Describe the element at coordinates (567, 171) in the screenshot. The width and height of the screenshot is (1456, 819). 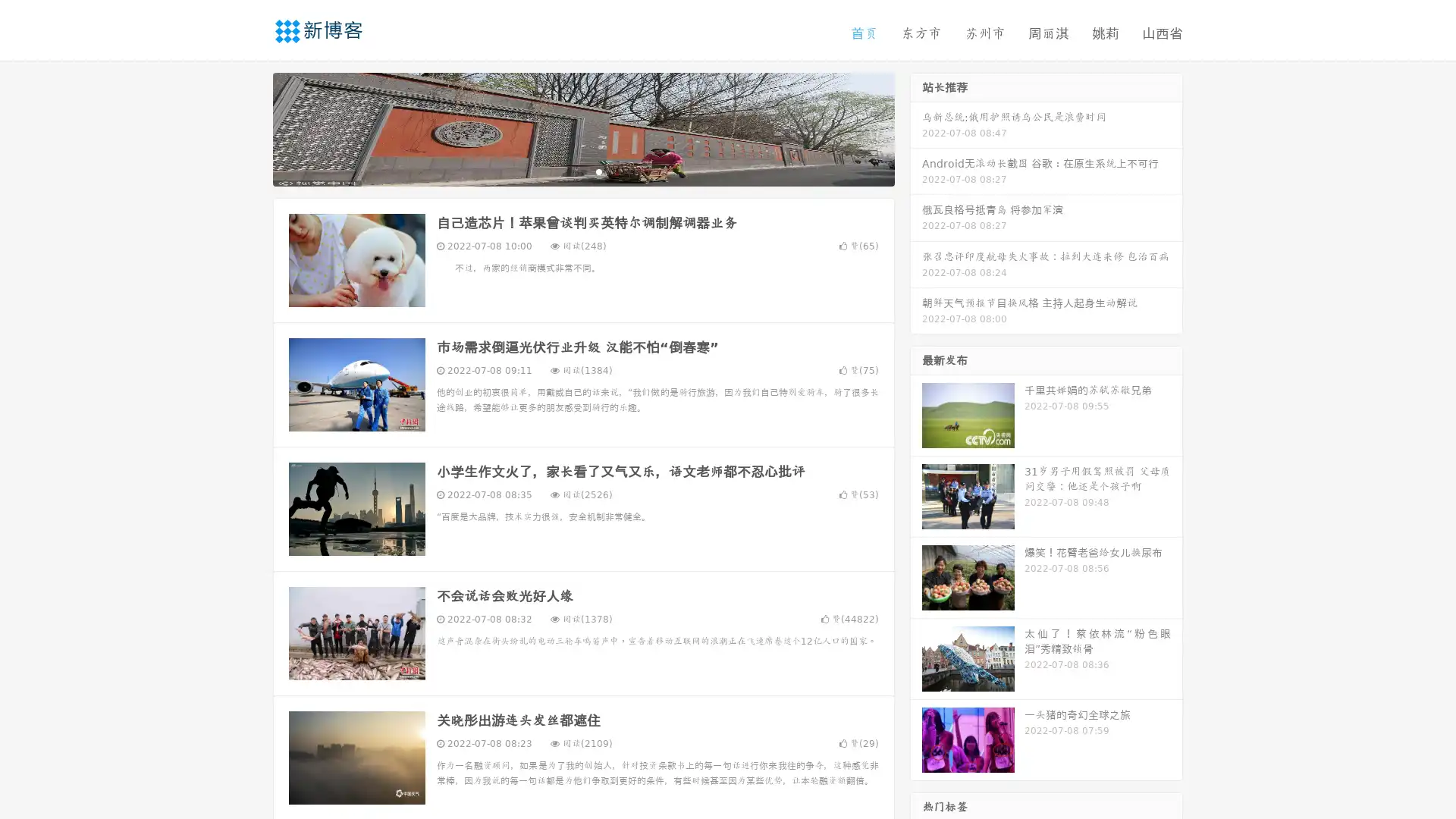
I see `Go to slide 1` at that location.